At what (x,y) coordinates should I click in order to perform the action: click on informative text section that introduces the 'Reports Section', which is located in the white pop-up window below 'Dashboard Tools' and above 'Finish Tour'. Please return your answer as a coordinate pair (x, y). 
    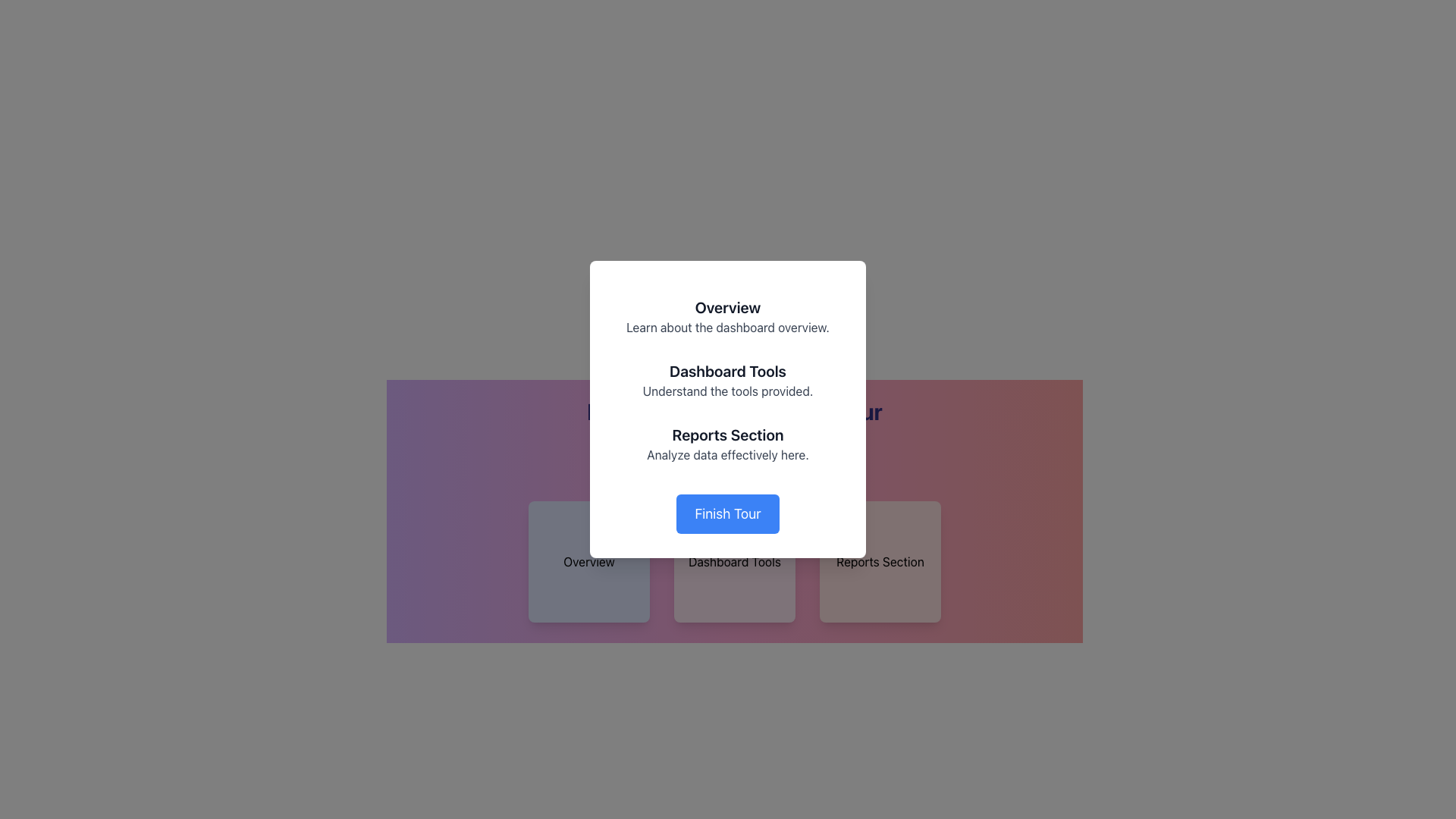
    Looking at the image, I should click on (728, 444).